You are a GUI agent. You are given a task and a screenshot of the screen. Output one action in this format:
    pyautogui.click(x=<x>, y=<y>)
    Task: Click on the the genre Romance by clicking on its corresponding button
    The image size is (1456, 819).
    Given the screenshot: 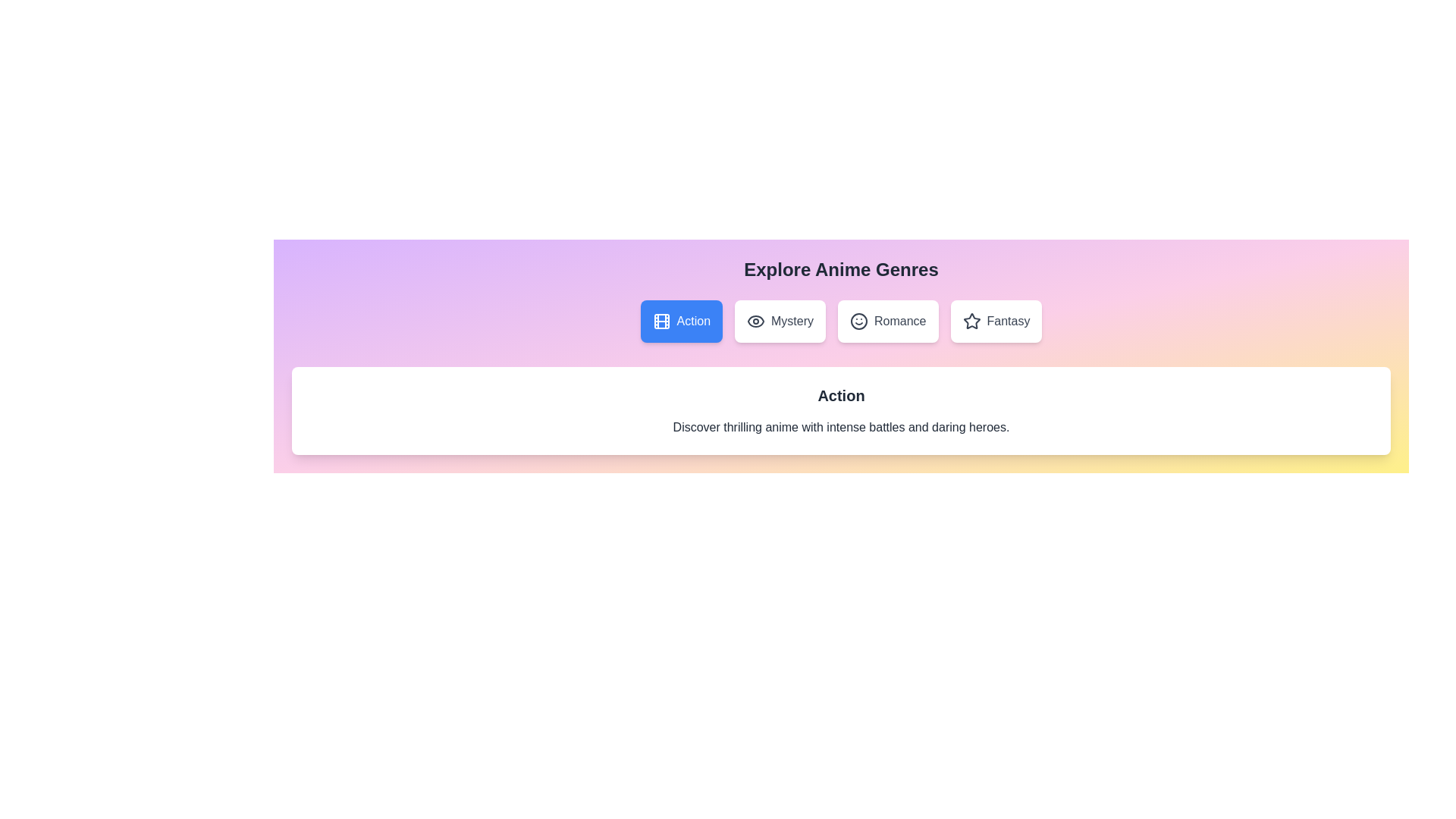 What is the action you would take?
    pyautogui.click(x=888, y=321)
    